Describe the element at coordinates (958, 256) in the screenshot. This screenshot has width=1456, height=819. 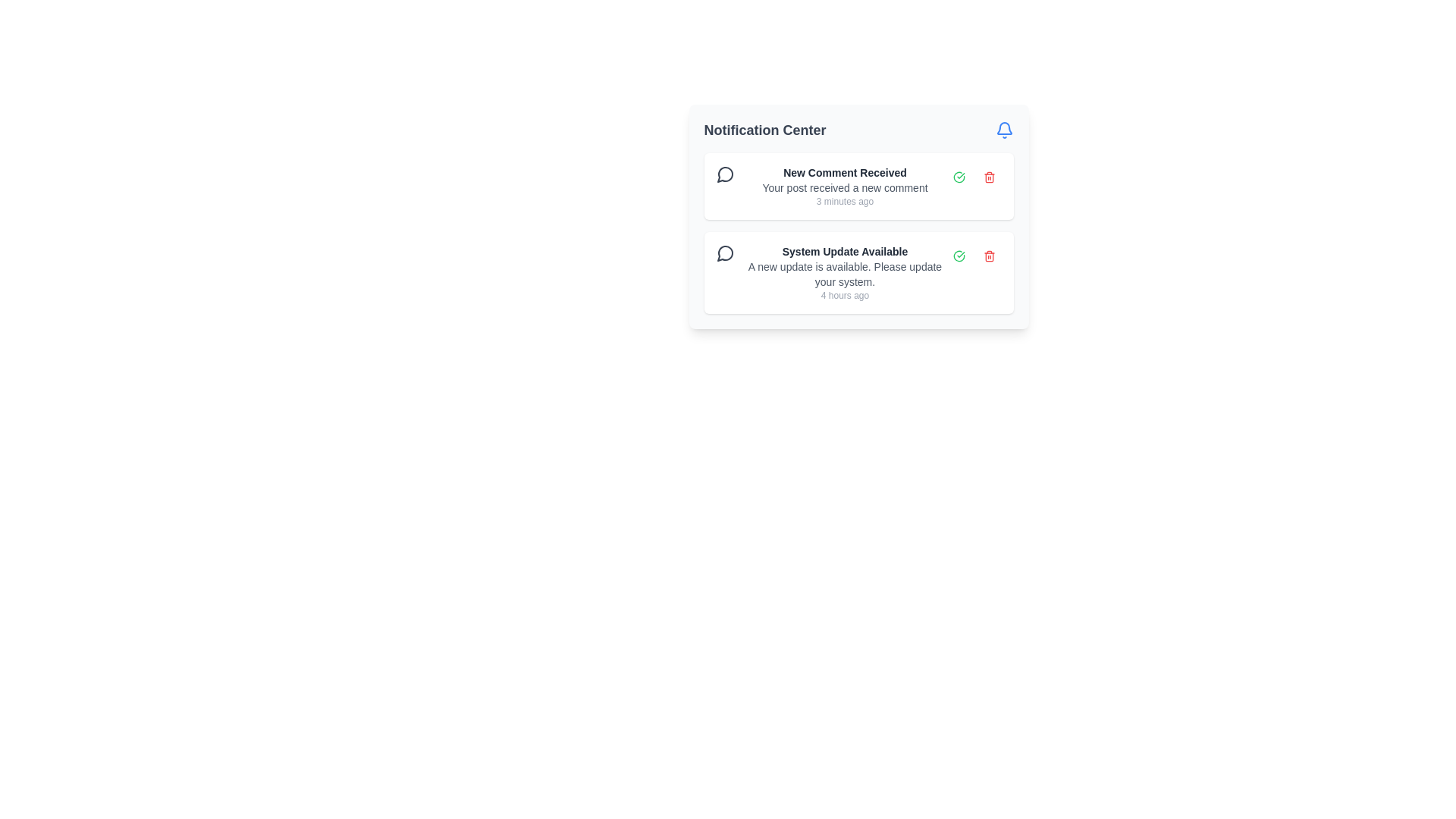
I see `the green circle-check SVG icon located in the second notification entry of the notification center to mark the notification as confirmed` at that location.